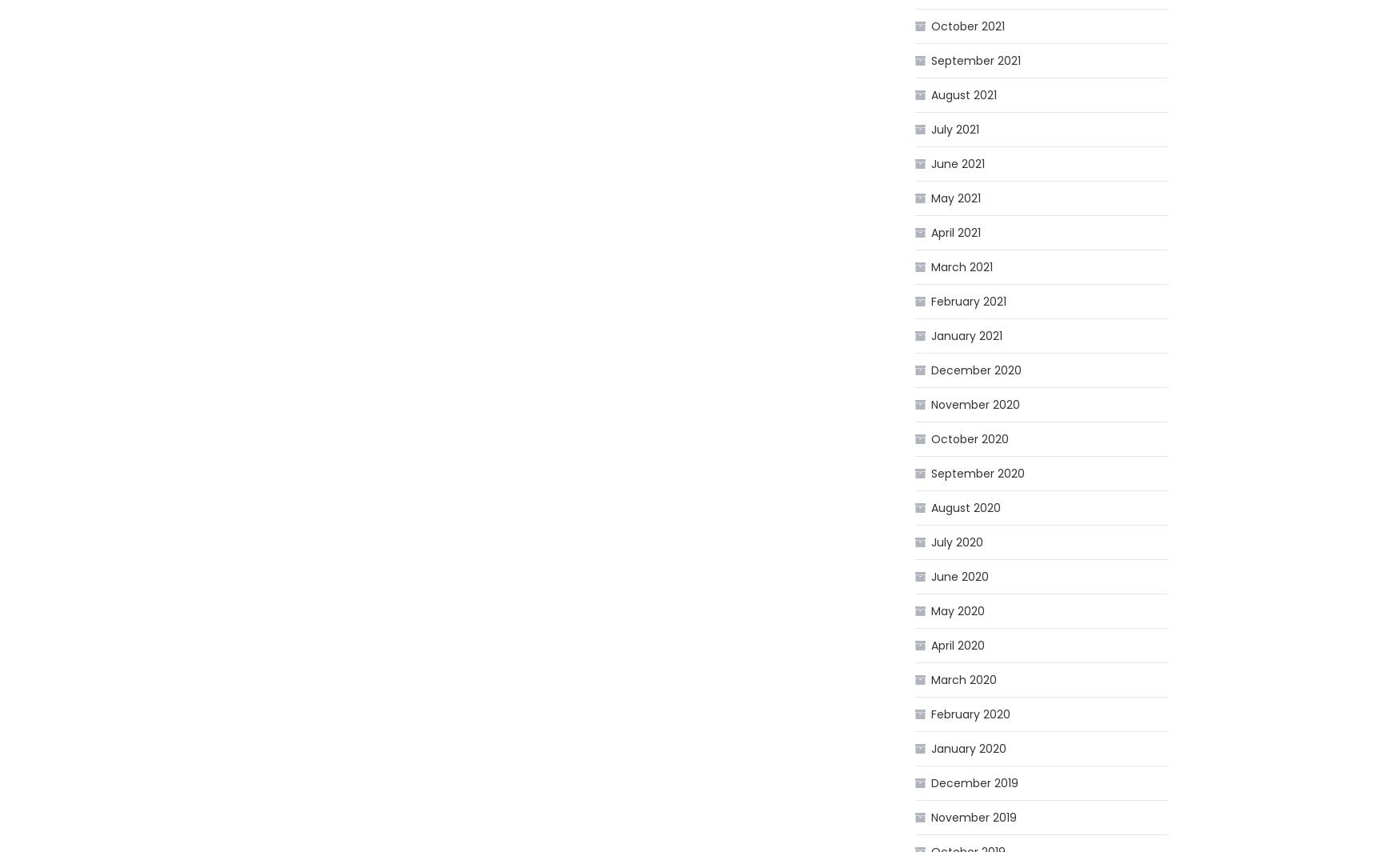  I want to click on 'June 2021', so click(958, 163).